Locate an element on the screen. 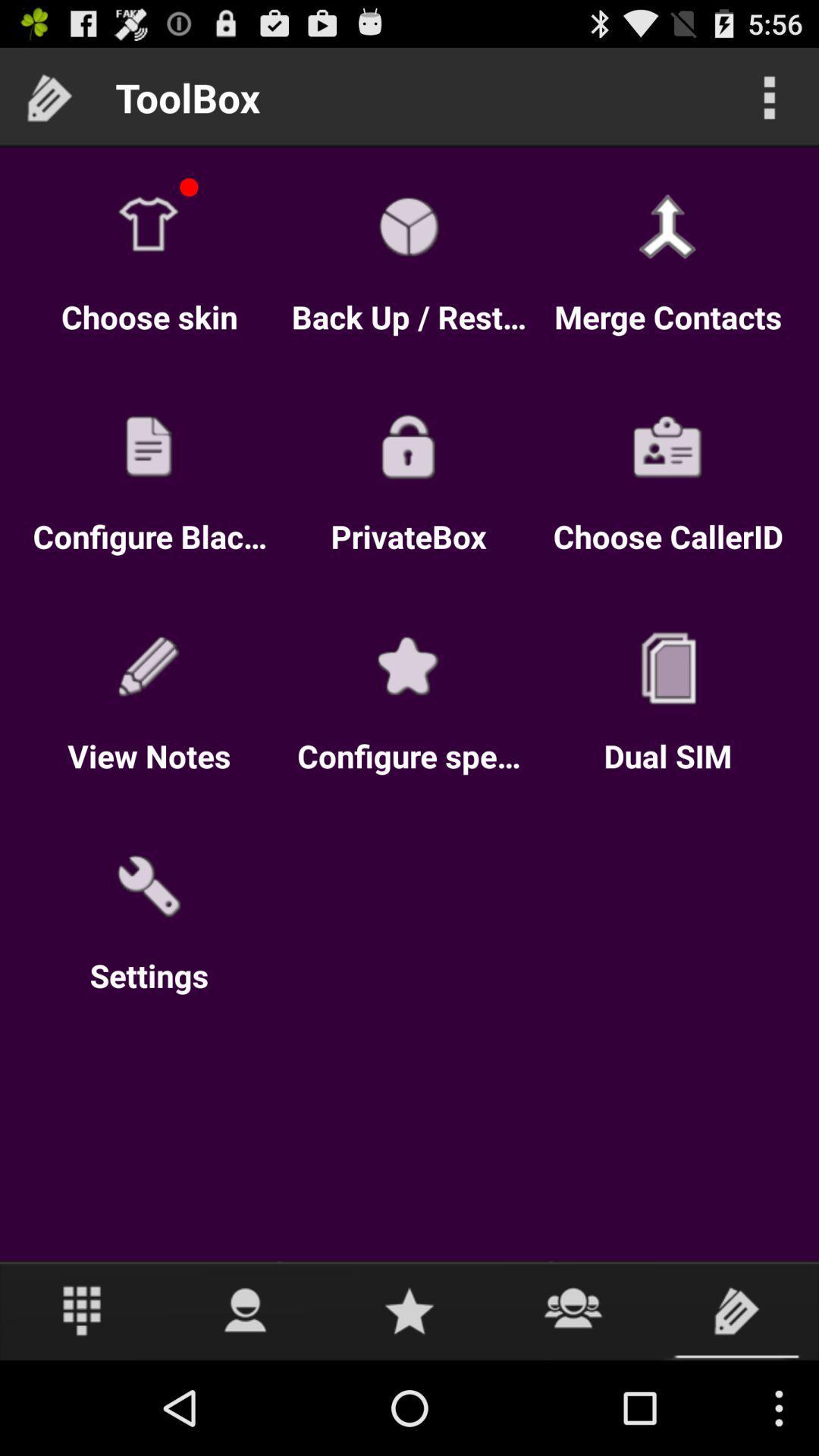 This screenshot has width=819, height=1456. the dialpad icon is located at coordinates (82, 1401).